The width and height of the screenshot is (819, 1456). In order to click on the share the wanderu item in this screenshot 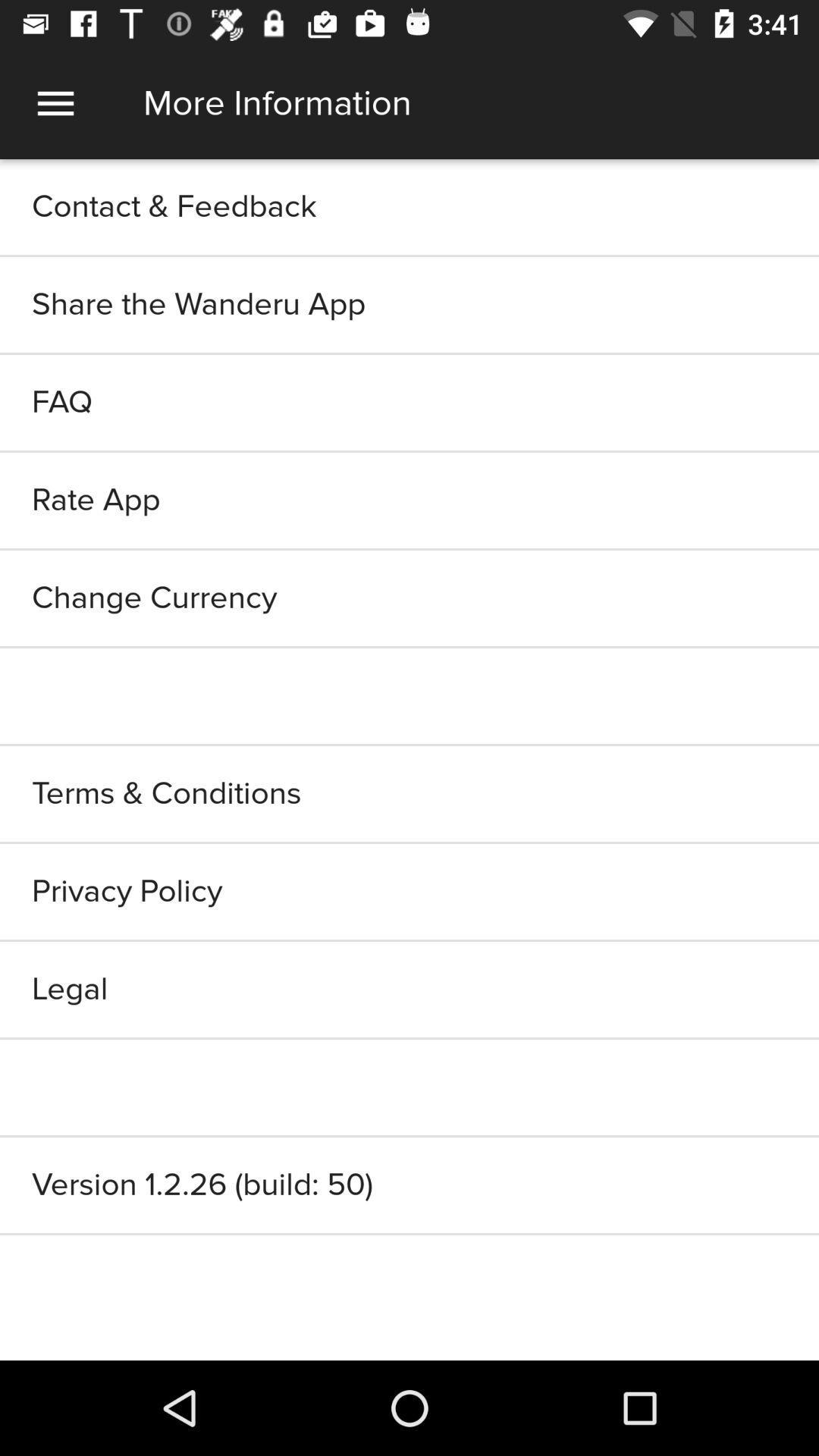, I will do `click(409, 304)`.